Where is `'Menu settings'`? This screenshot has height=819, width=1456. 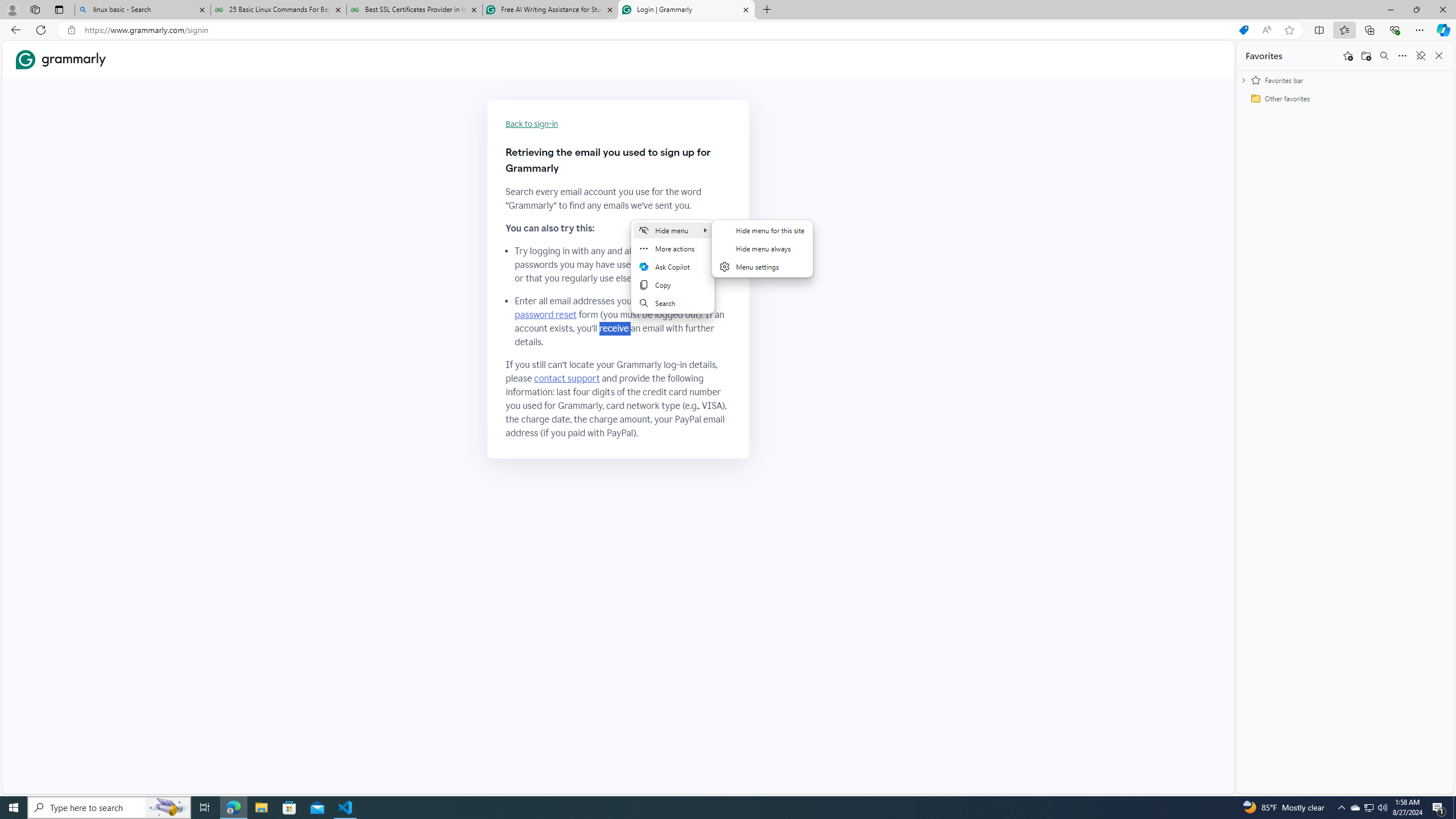
'Menu settings' is located at coordinates (762, 266).